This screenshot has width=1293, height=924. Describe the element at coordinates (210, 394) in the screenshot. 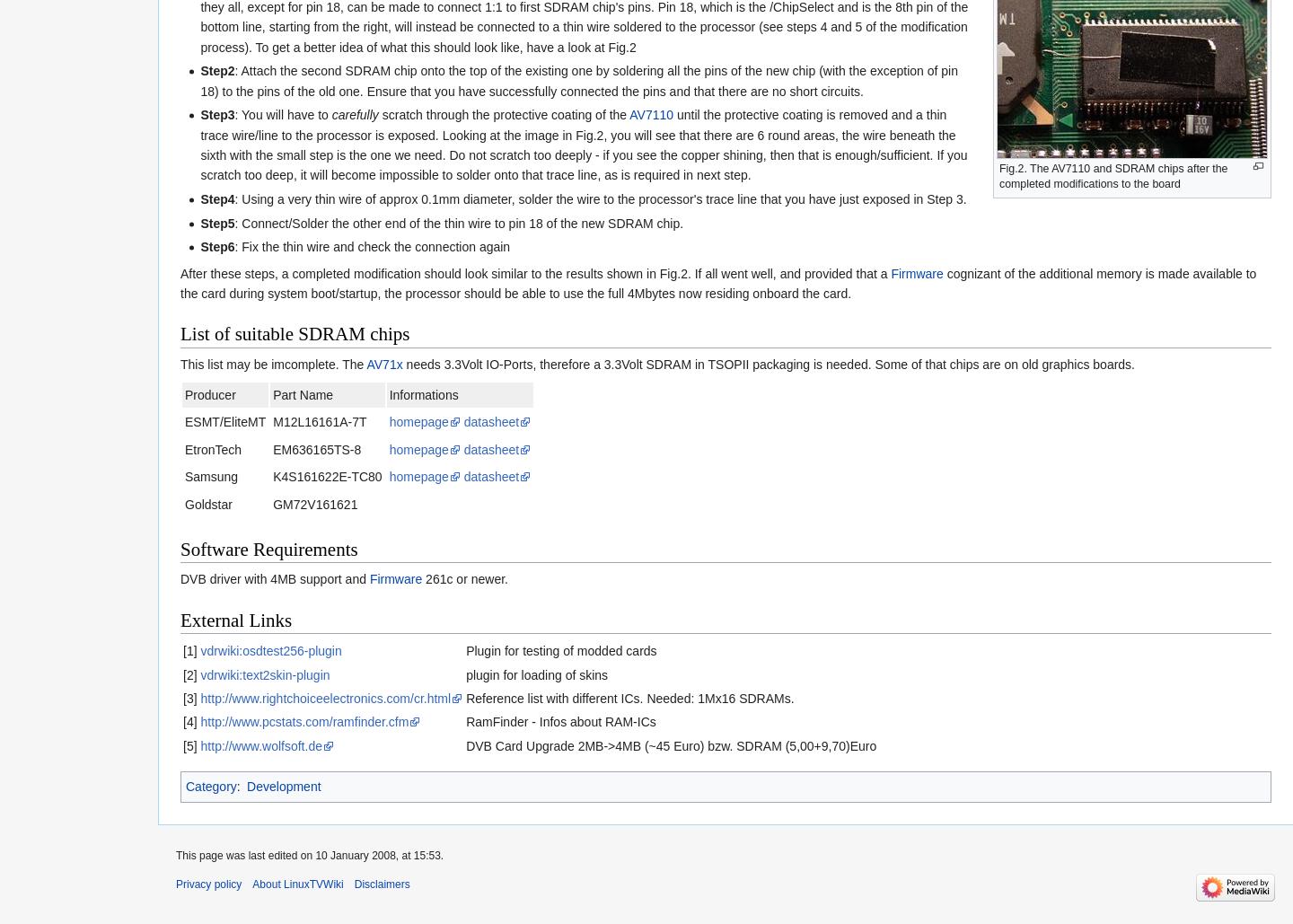

I see `'Producer'` at that location.